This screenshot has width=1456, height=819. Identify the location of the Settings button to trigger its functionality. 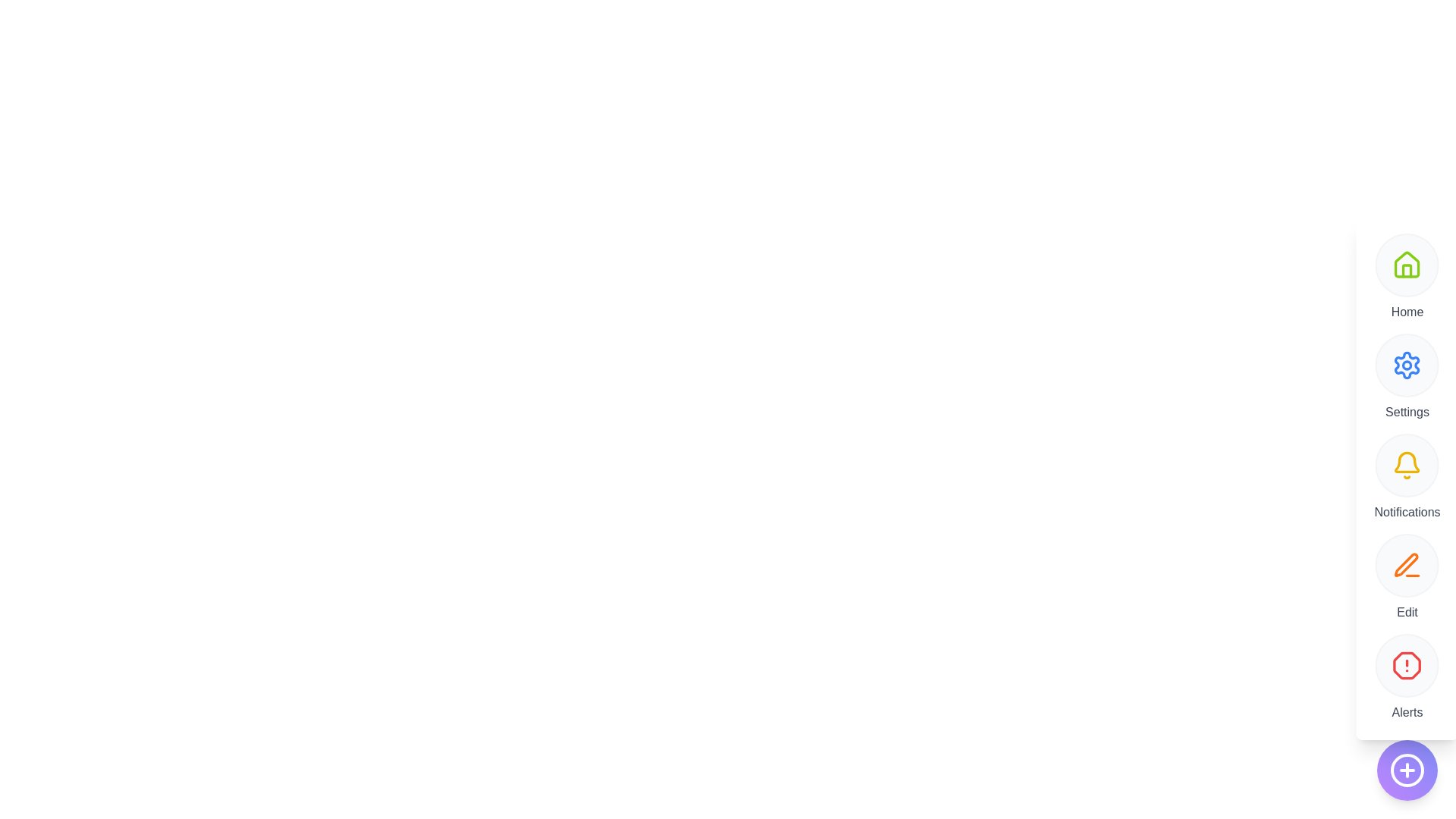
(1407, 366).